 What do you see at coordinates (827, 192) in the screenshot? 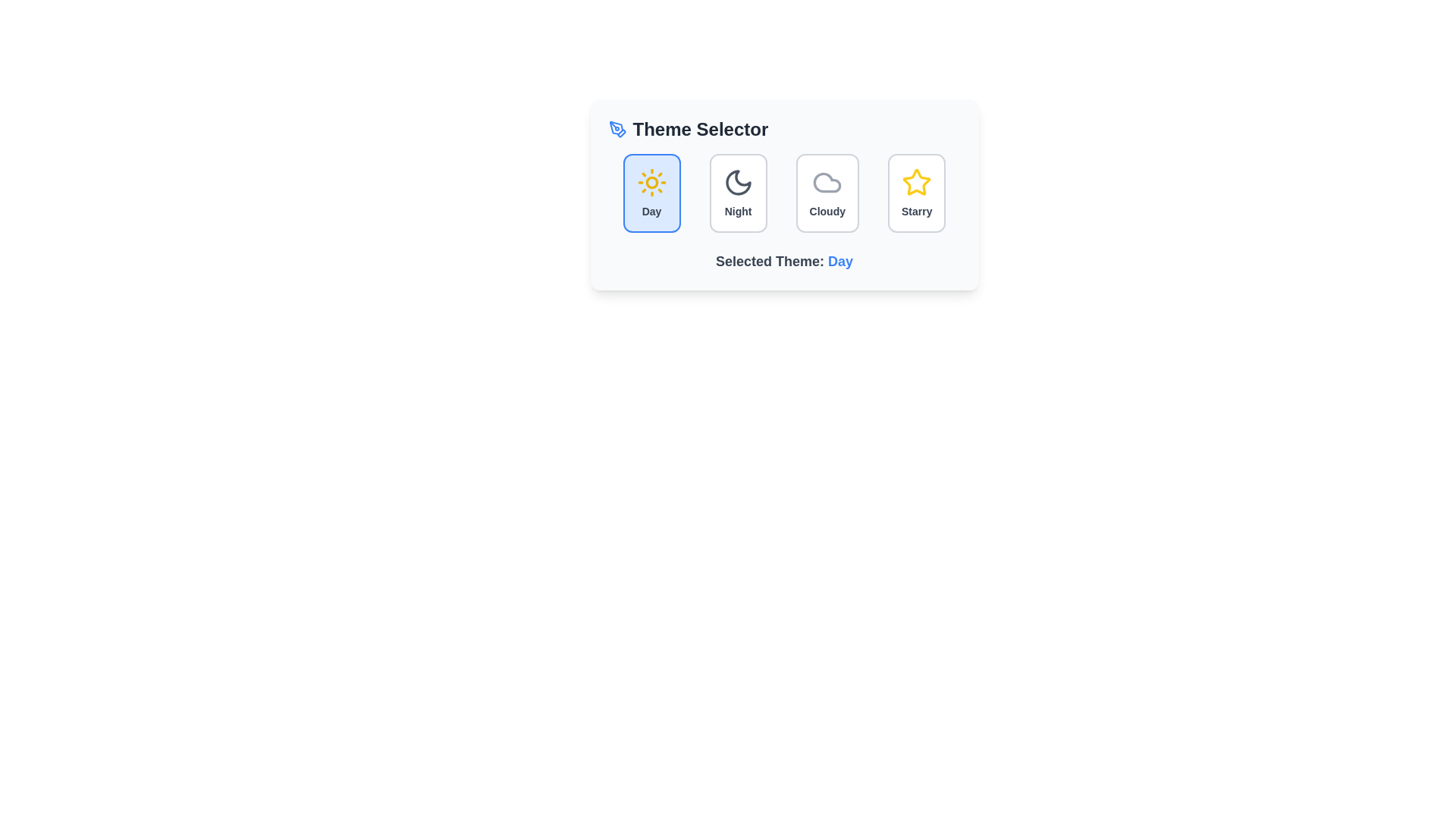
I see `the 'Cloudy' theme selection card, which is a rectangular card with a white background, featuring a gray cloud icon and the word 'Cloudy' in bold dark text, located in the 'Theme Selector'` at bounding box center [827, 192].